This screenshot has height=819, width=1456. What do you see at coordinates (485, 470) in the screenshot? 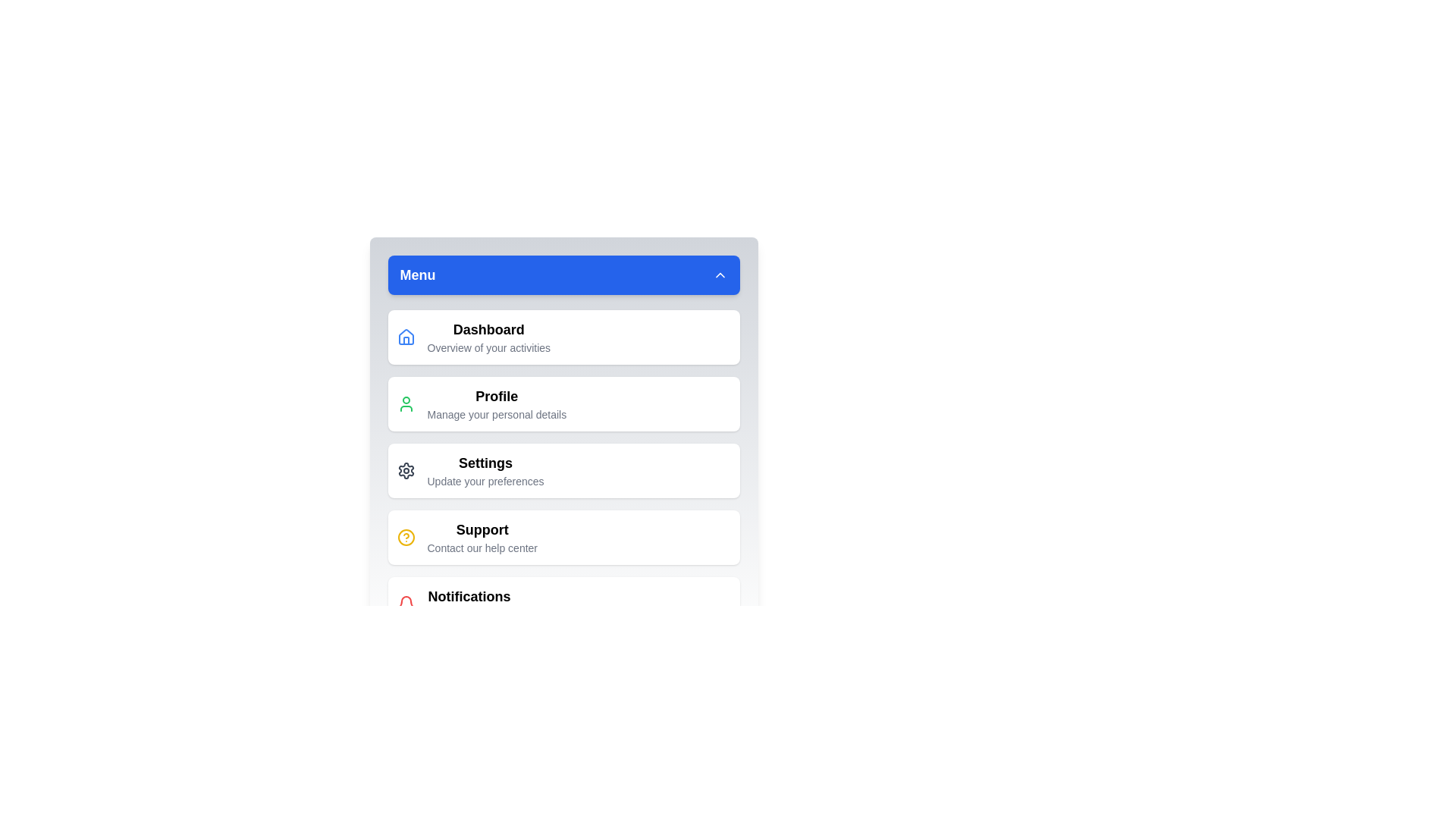
I see `the 'Settings' text block, which is the third item in the vertical menu list` at bounding box center [485, 470].